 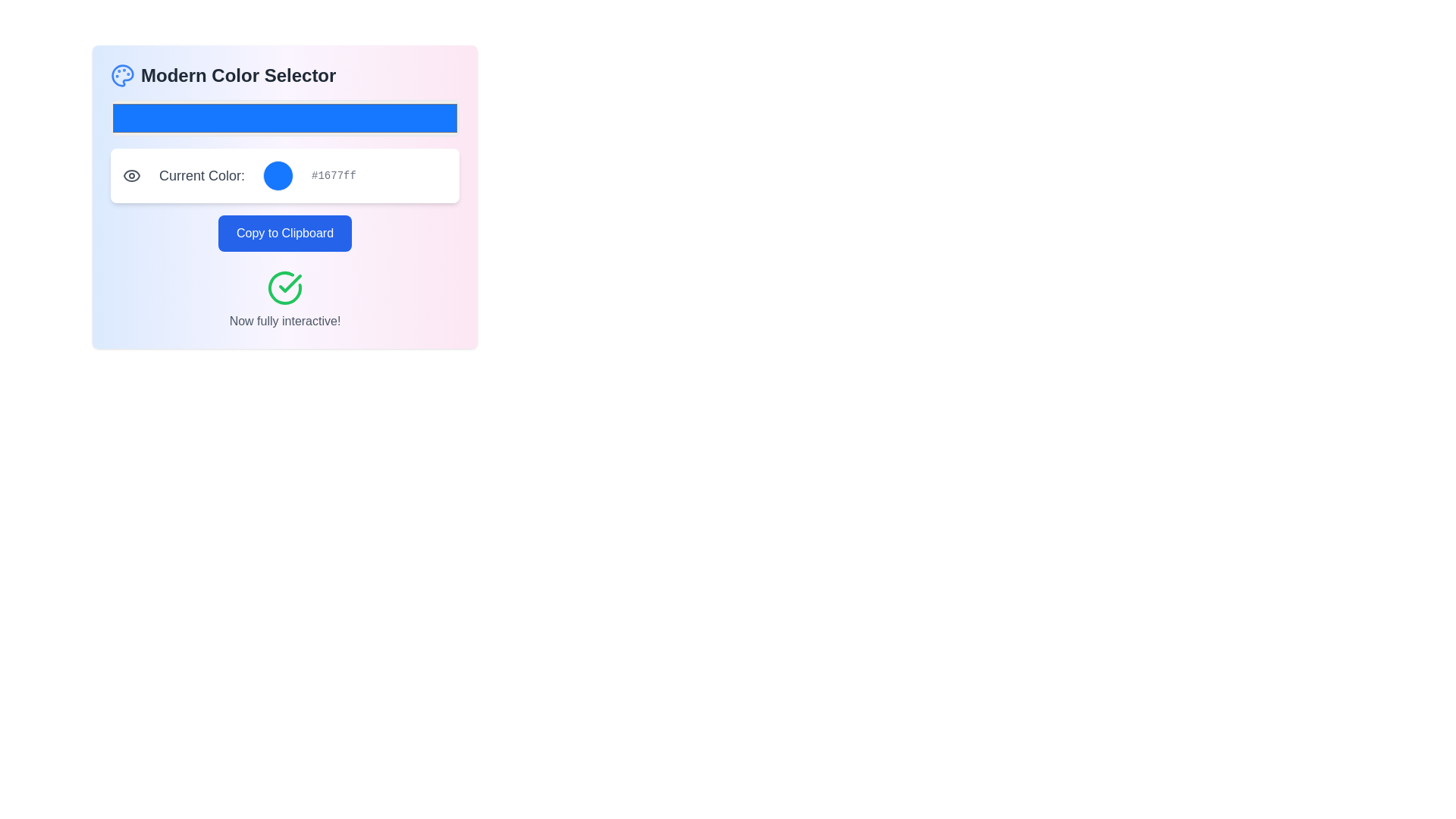 I want to click on the text label displaying 'Now fully interactive!' in gray font, which is located at the bottom of a centered block with a green check icon above it, so click(x=284, y=321).